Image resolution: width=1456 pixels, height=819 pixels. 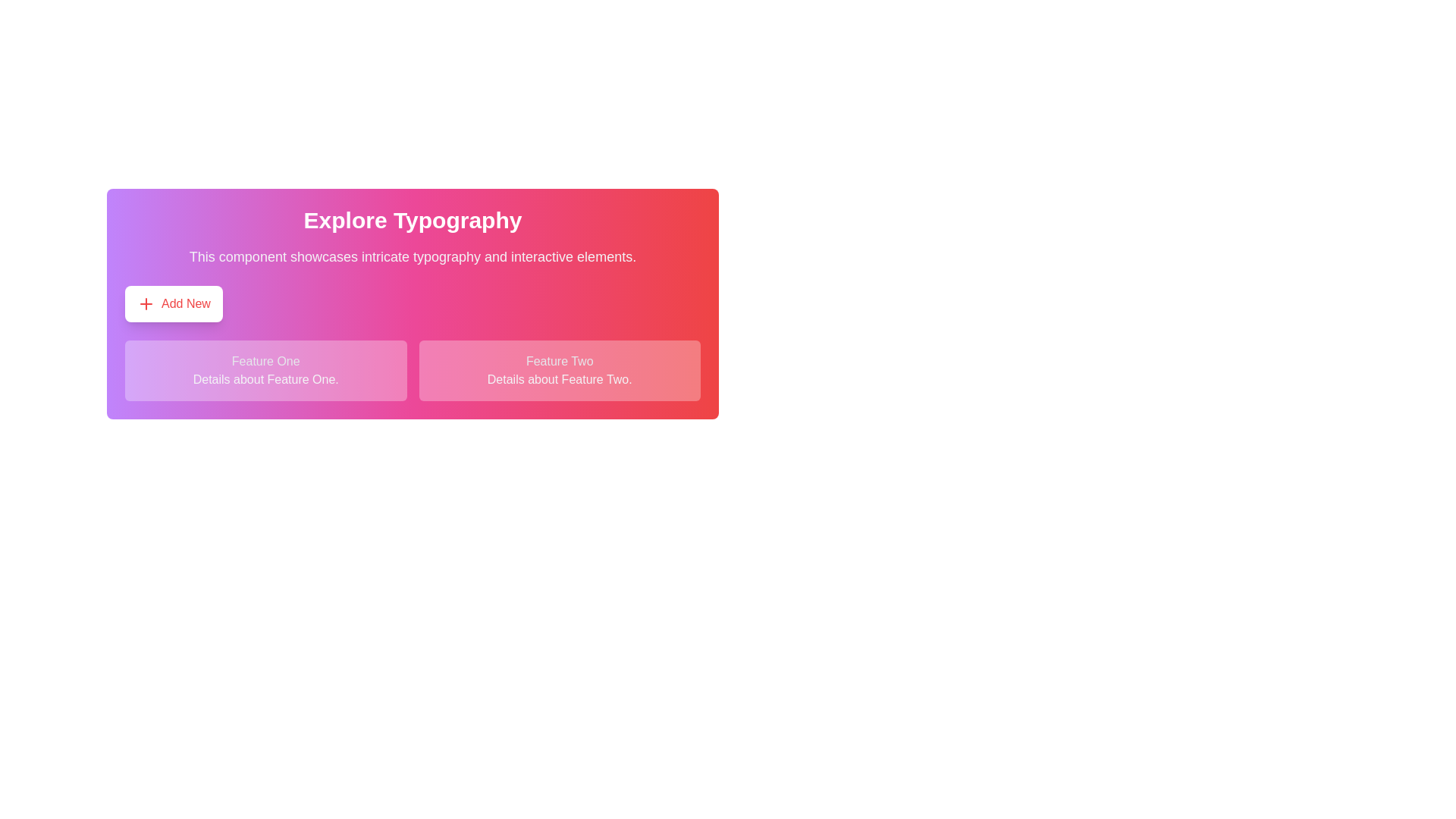 I want to click on the text block that provides descriptive information about the section, located below the header 'Explore Typography', so click(x=413, y=256).